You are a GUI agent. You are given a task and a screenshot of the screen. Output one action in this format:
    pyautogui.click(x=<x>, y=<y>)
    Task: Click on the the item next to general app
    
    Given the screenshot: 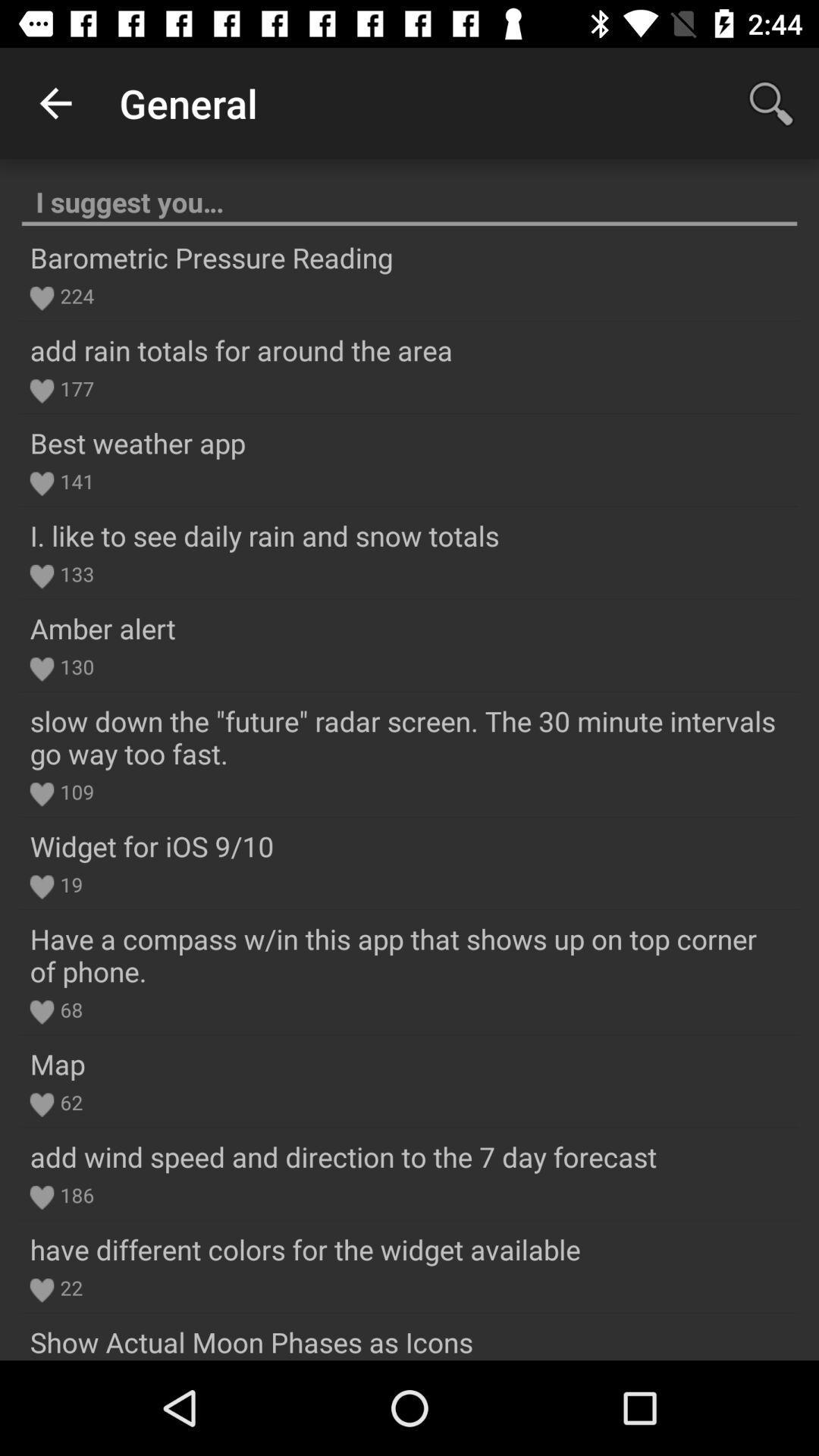 What is the action you would take?
    pyautogui.click(x=771, y=102)
    